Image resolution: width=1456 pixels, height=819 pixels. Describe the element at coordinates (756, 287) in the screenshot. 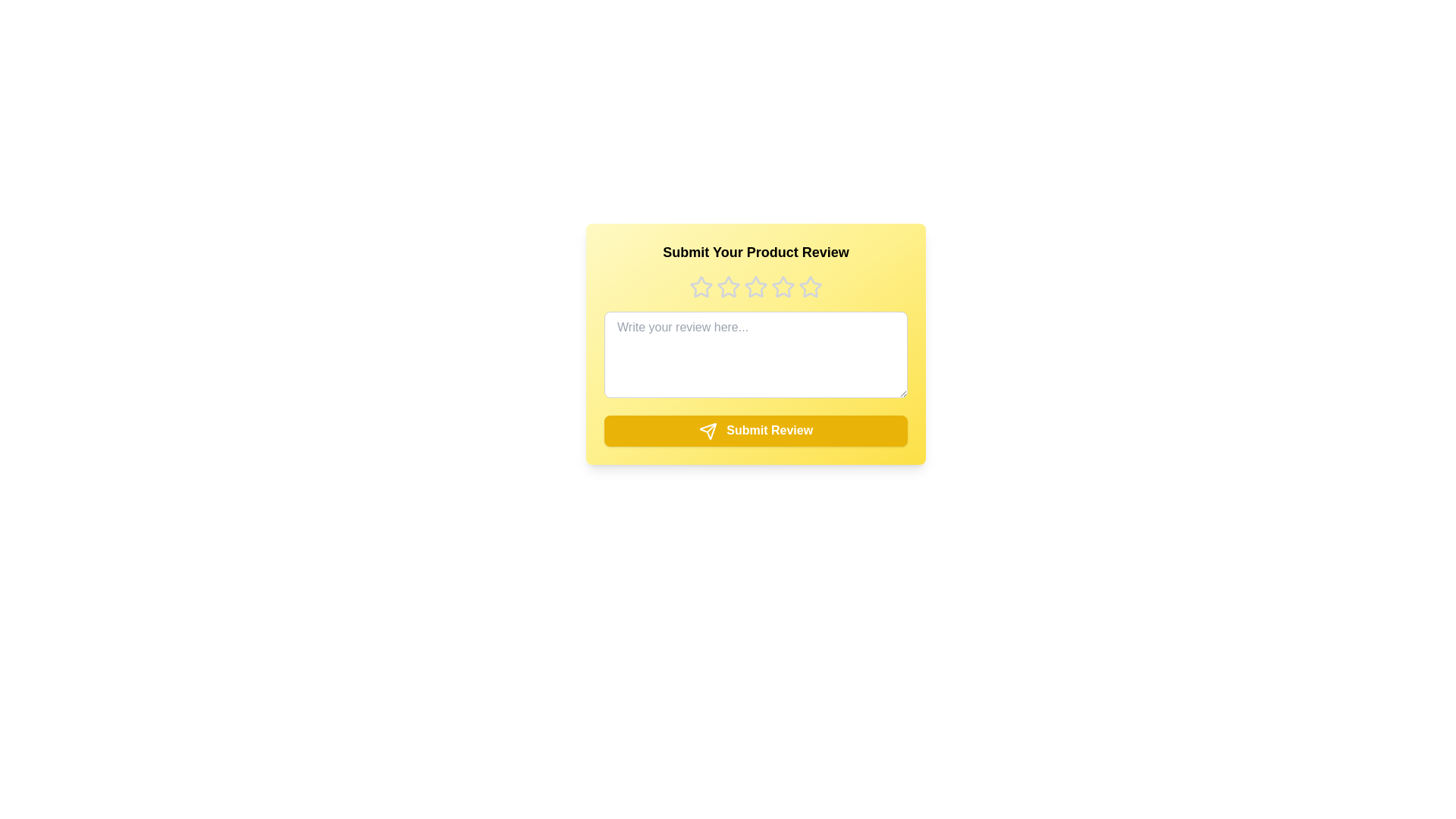

I see `on the fourth star icon in the rating component` at that location.